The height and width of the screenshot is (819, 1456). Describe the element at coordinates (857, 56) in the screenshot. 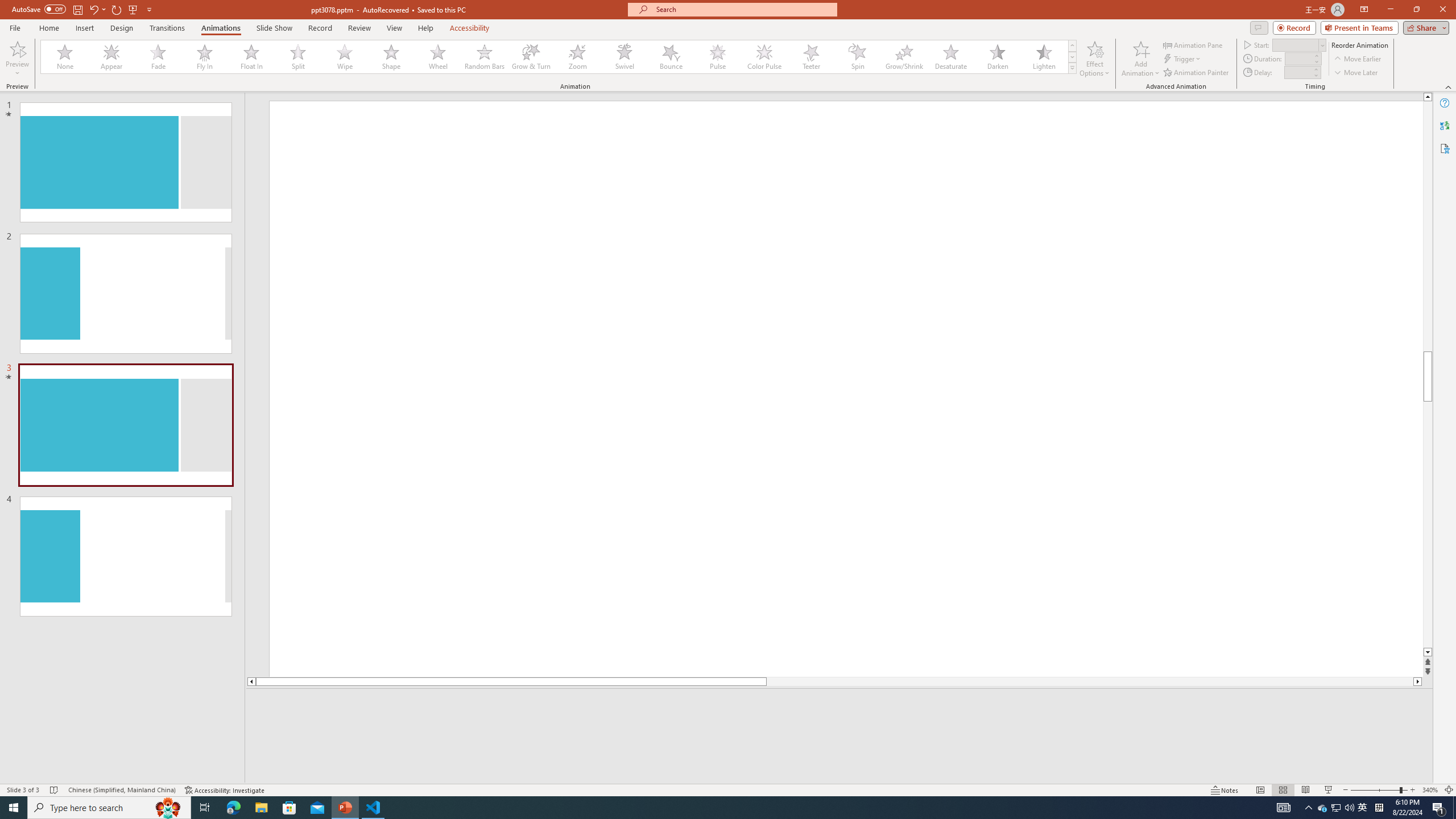

I see `'Spin'` at that location.